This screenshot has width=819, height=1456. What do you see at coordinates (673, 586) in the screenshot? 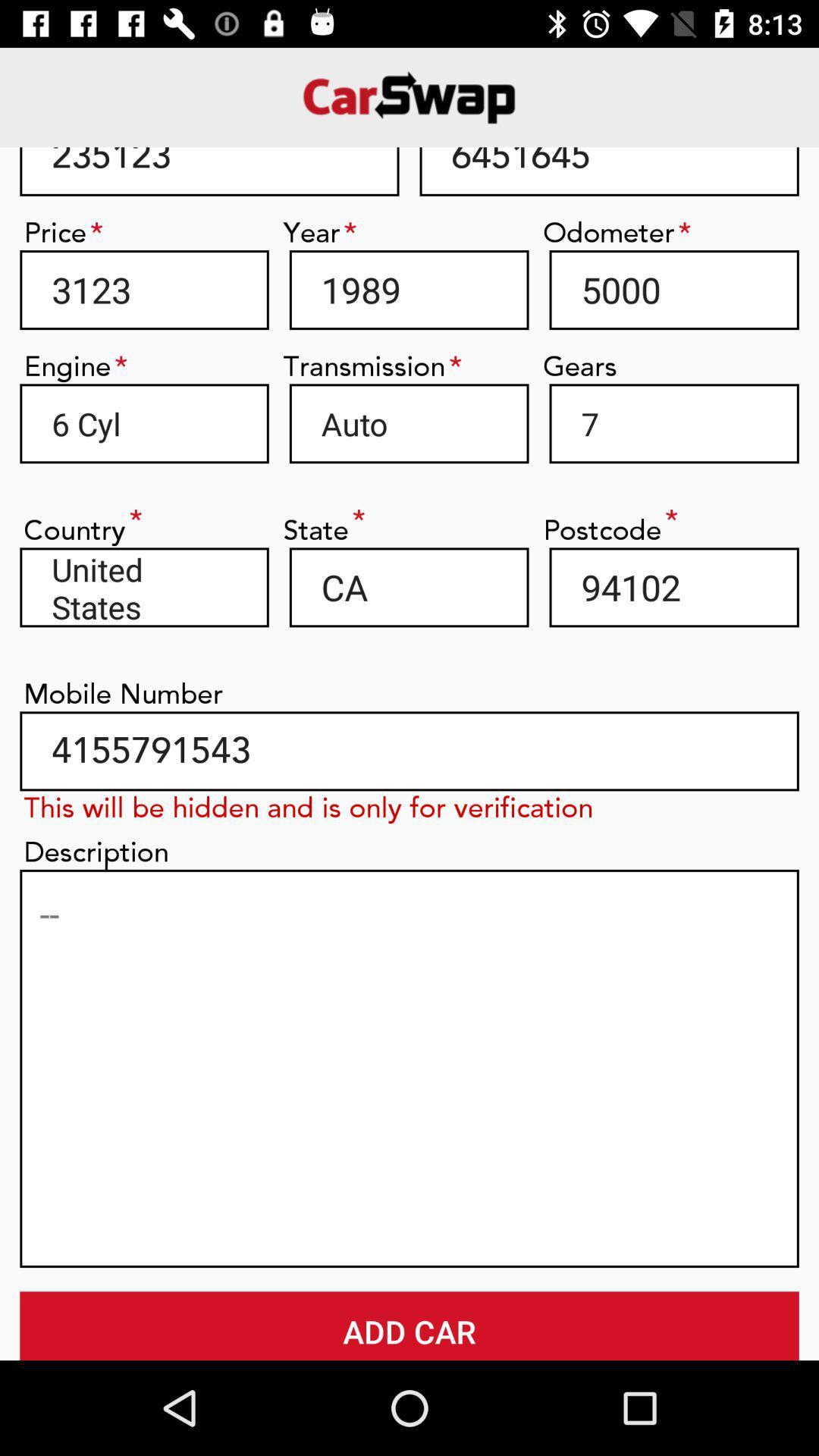
I see `the item next to ca item` at bounding box center [673, 586].